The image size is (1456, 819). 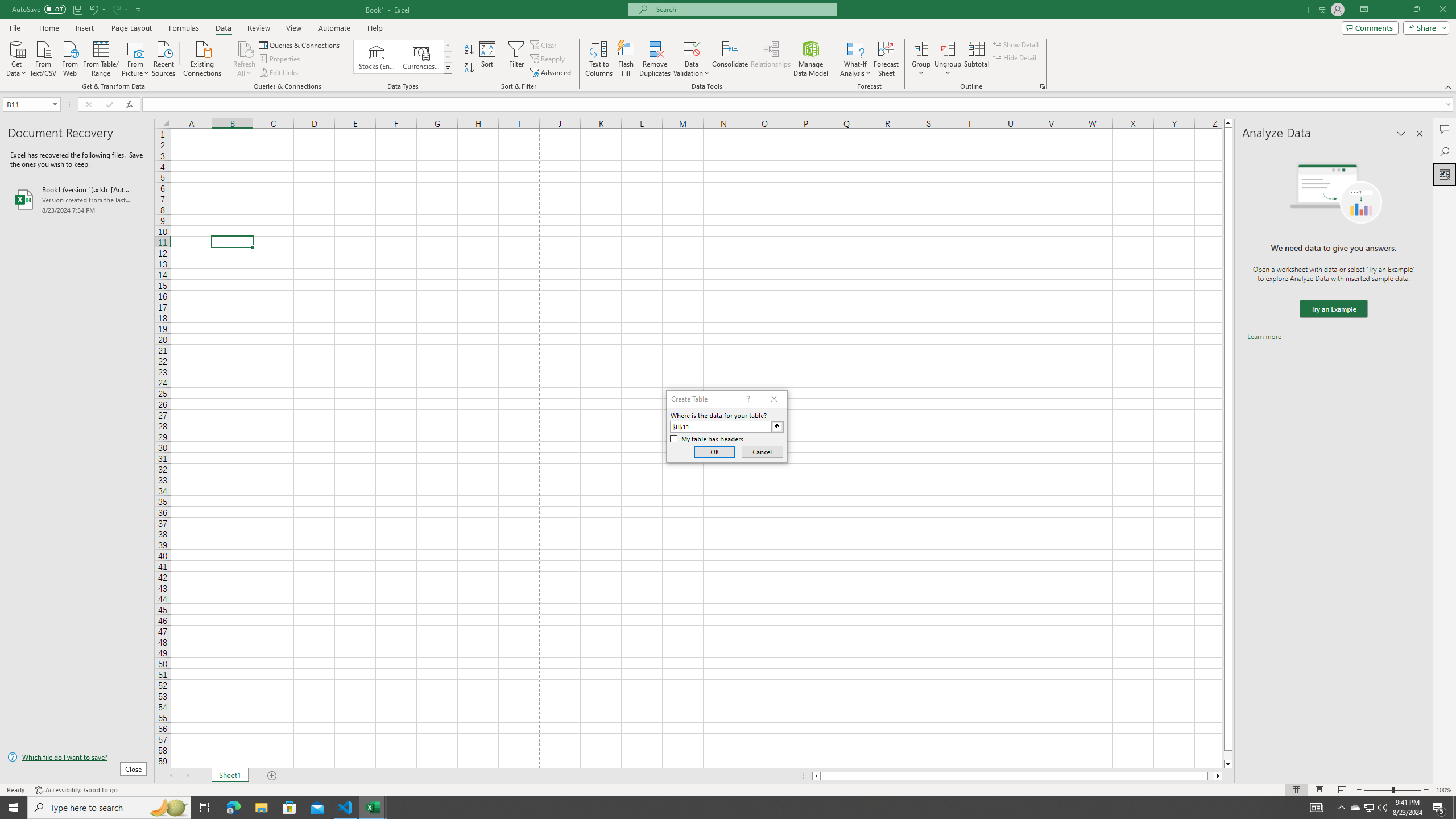 What do you see at coordinates (403, 56) in the screenshot?
I see `'AutomationID: ConvertToLinkedEntity'` at bounding box center [403, 56].